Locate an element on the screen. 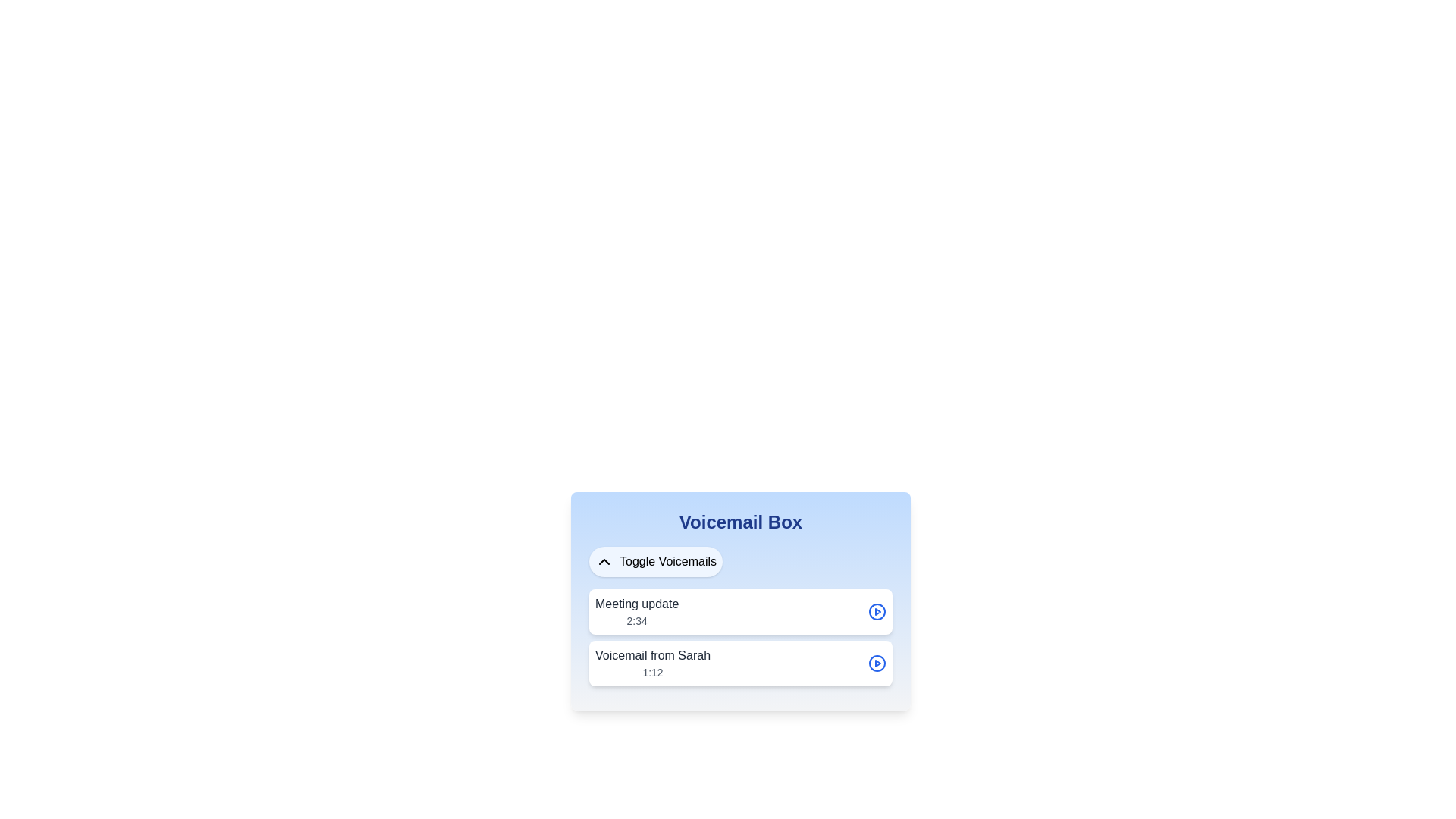  the 'Toggle Voicemails' button with a light blue background and upward-pointing arrow icon is located at coordinates (655, 561).